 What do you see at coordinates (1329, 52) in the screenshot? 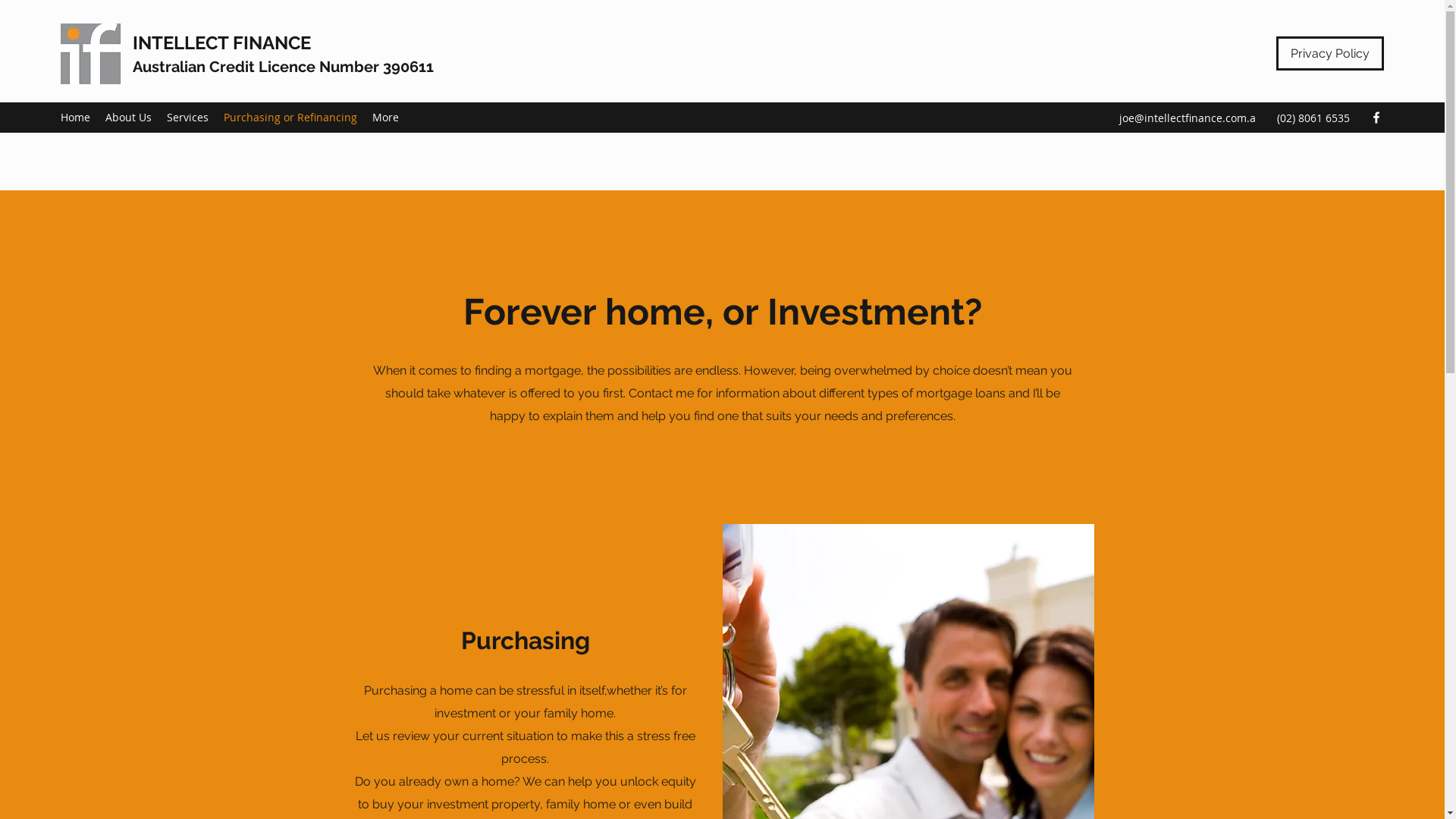
I see `'Privacy Policy'` at bounding box center [1329, 52].